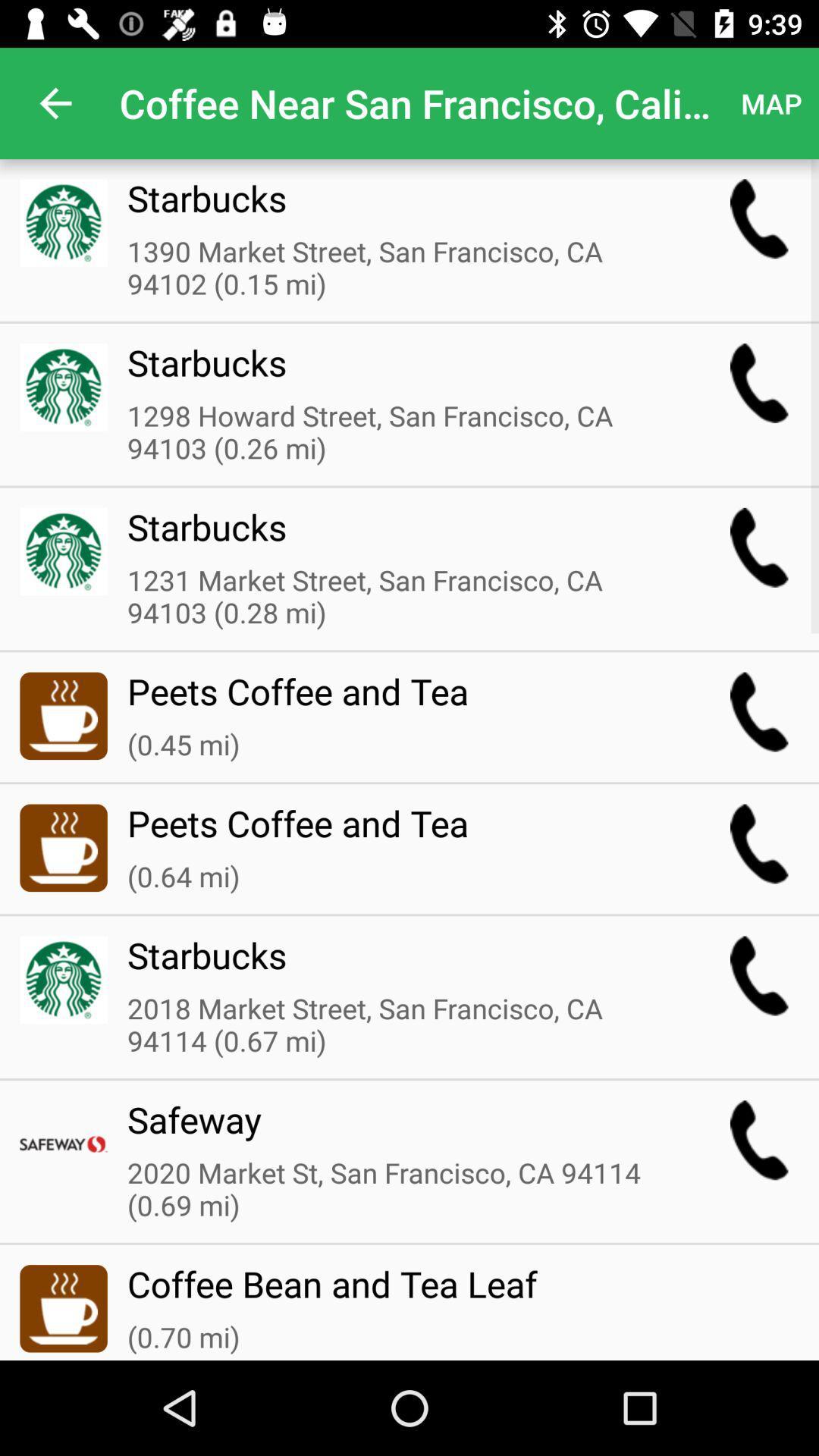 The width and height of the screenshot is (819, 1456). I want to click on the map item, so click(771, 102).